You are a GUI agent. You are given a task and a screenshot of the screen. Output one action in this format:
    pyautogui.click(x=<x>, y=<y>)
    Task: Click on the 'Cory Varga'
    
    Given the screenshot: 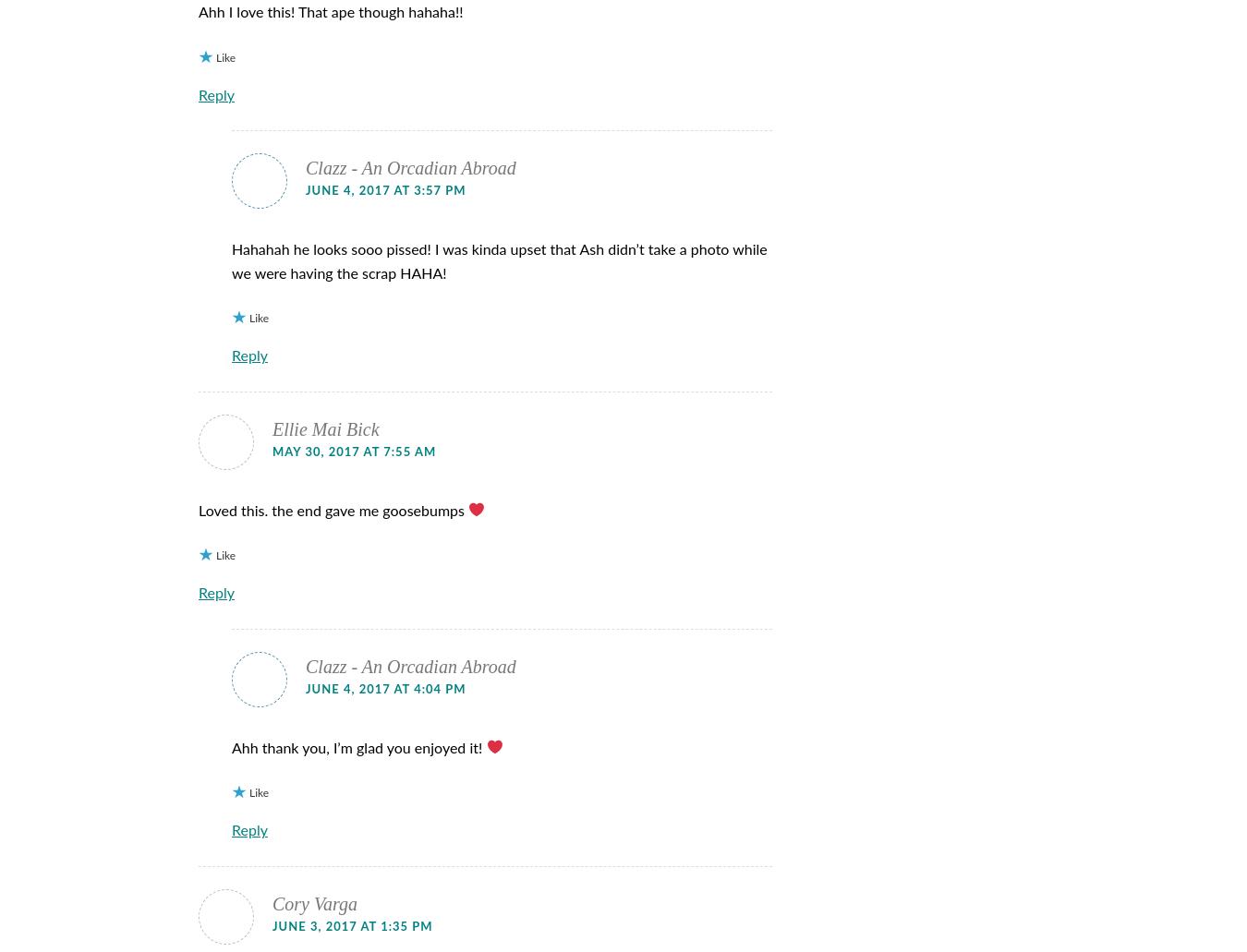 What is the action you would take?
    pyautogui.click(x=315, y=902)
    